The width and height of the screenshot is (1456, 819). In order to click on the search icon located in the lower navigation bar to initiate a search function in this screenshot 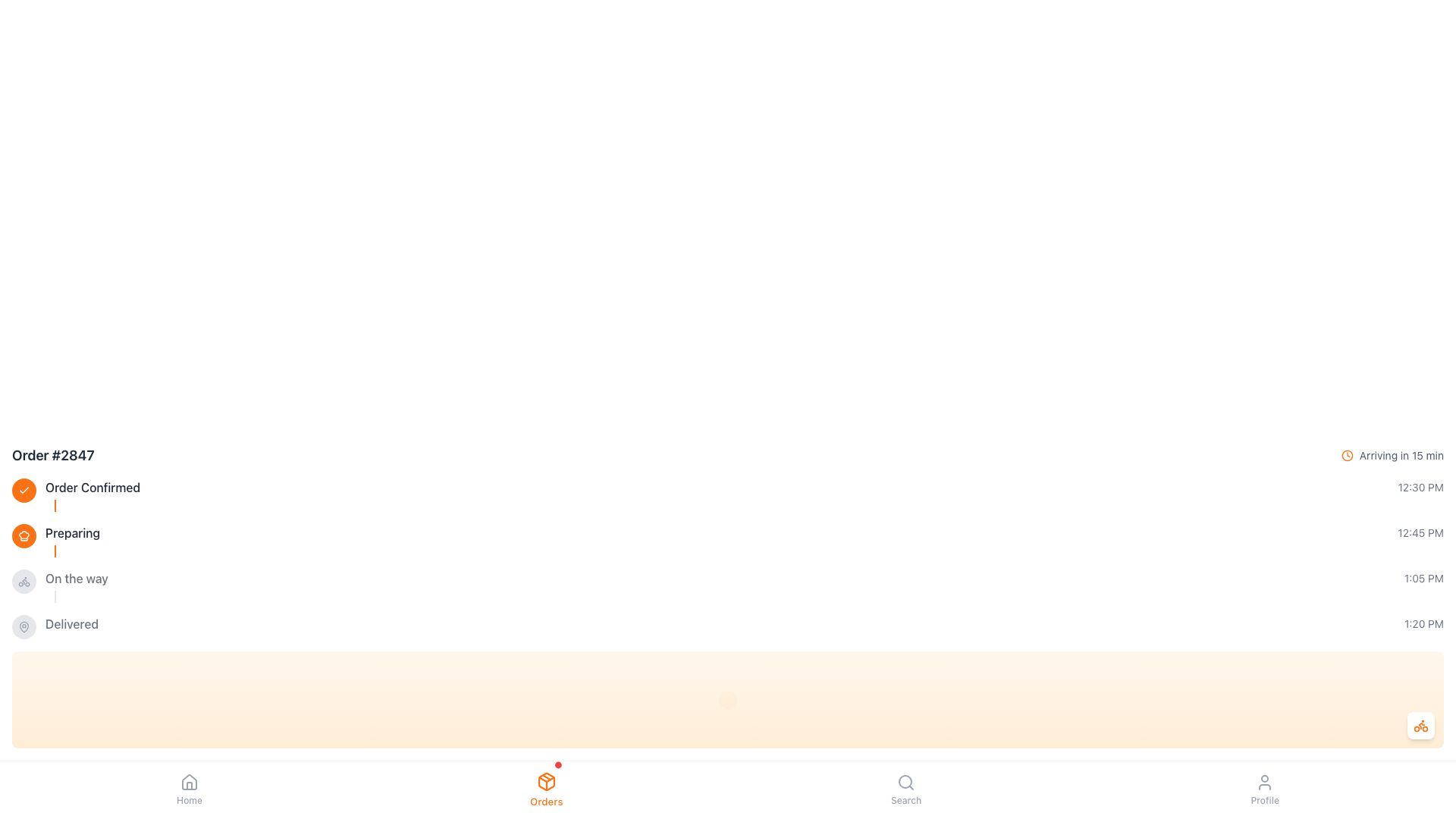, I will do `click(906, 783)`.